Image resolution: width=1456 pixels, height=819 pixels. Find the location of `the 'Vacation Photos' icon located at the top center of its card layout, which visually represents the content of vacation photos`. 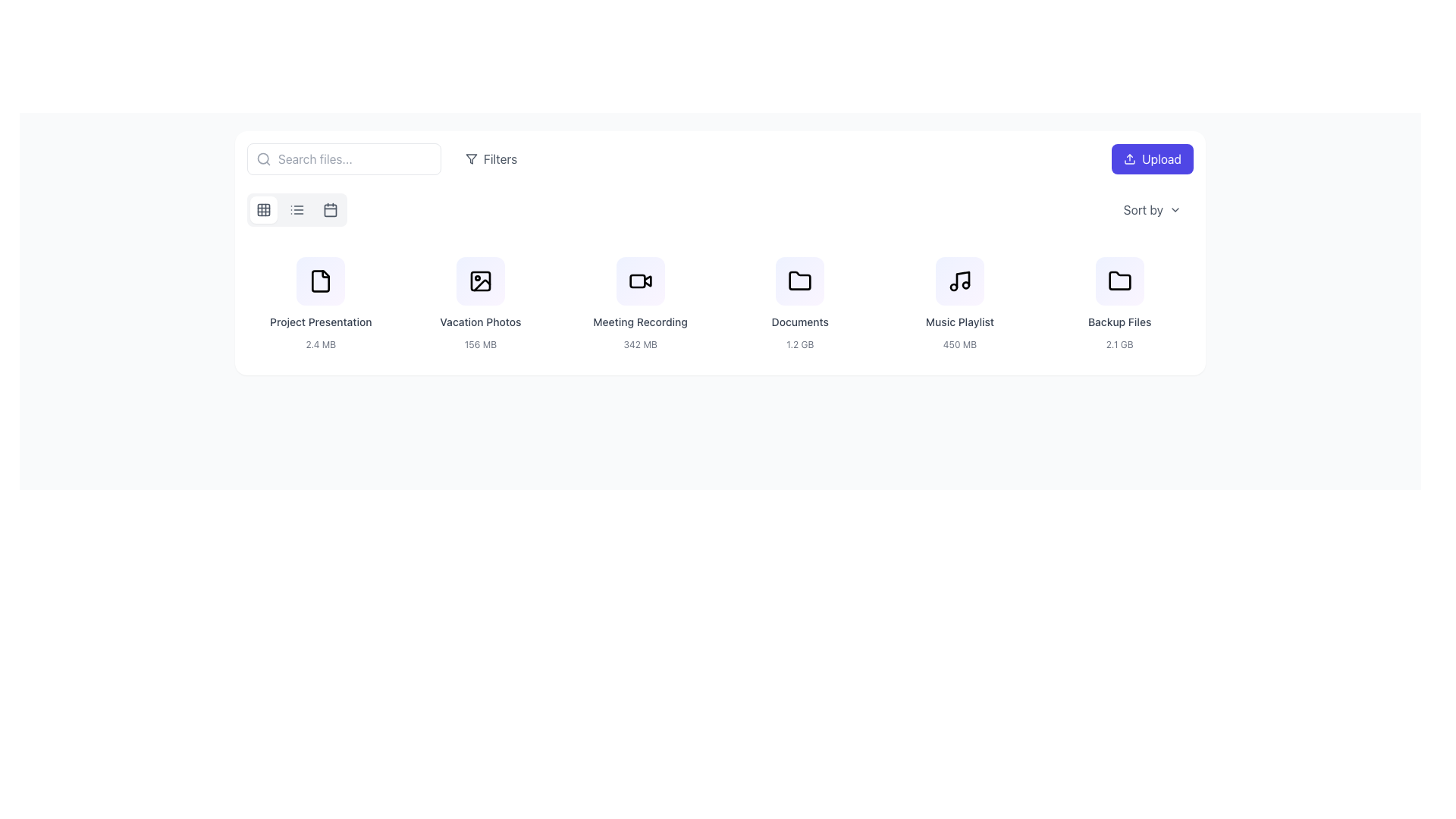

the 'Vacation Photos' icon located at the top center of its card layout, which visually represents the content of vacation photos is located at coordinates (479, 281).